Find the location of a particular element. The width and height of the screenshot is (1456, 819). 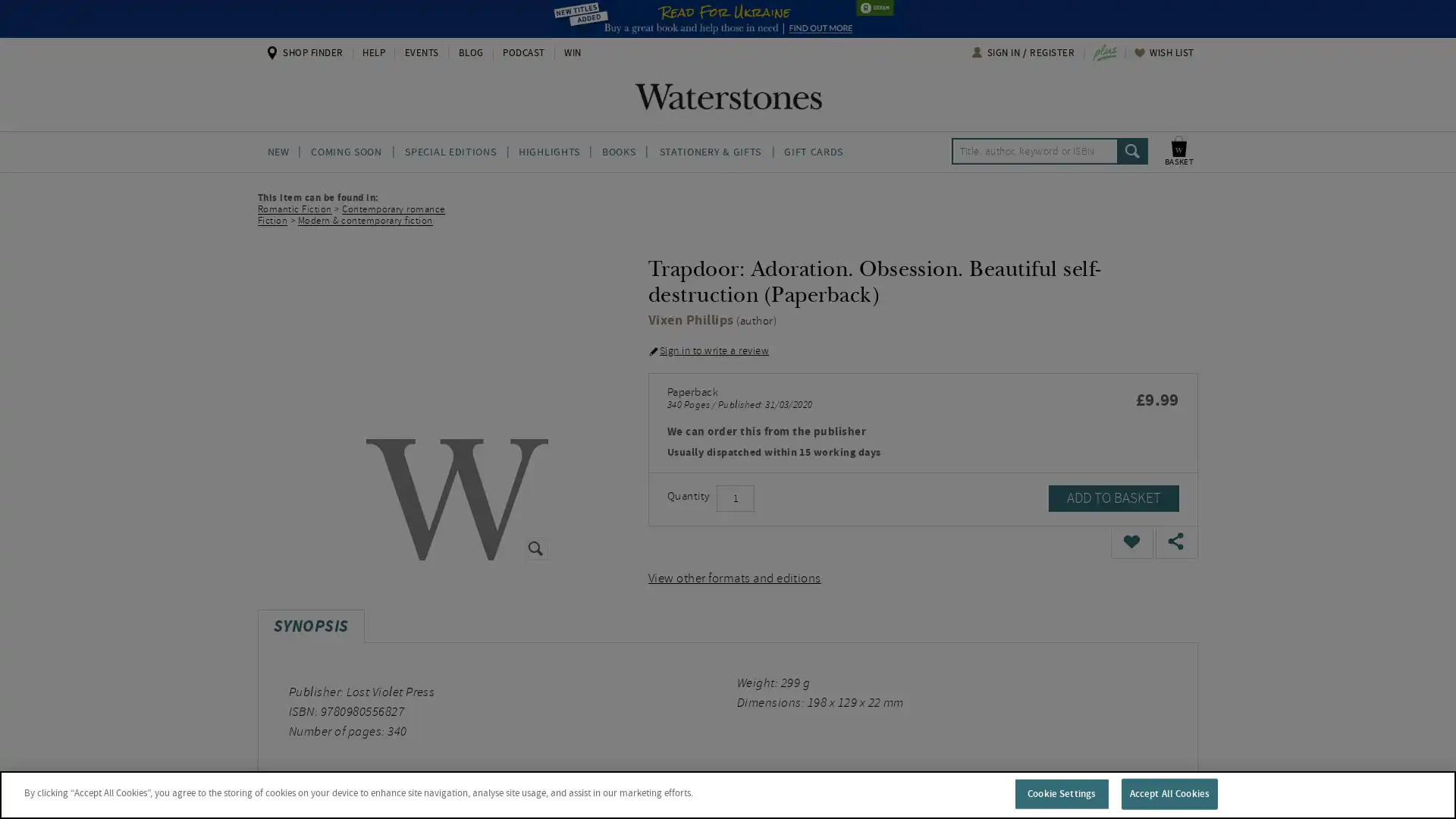

ADD TO BASKET is located at coordinates (1113, 497).